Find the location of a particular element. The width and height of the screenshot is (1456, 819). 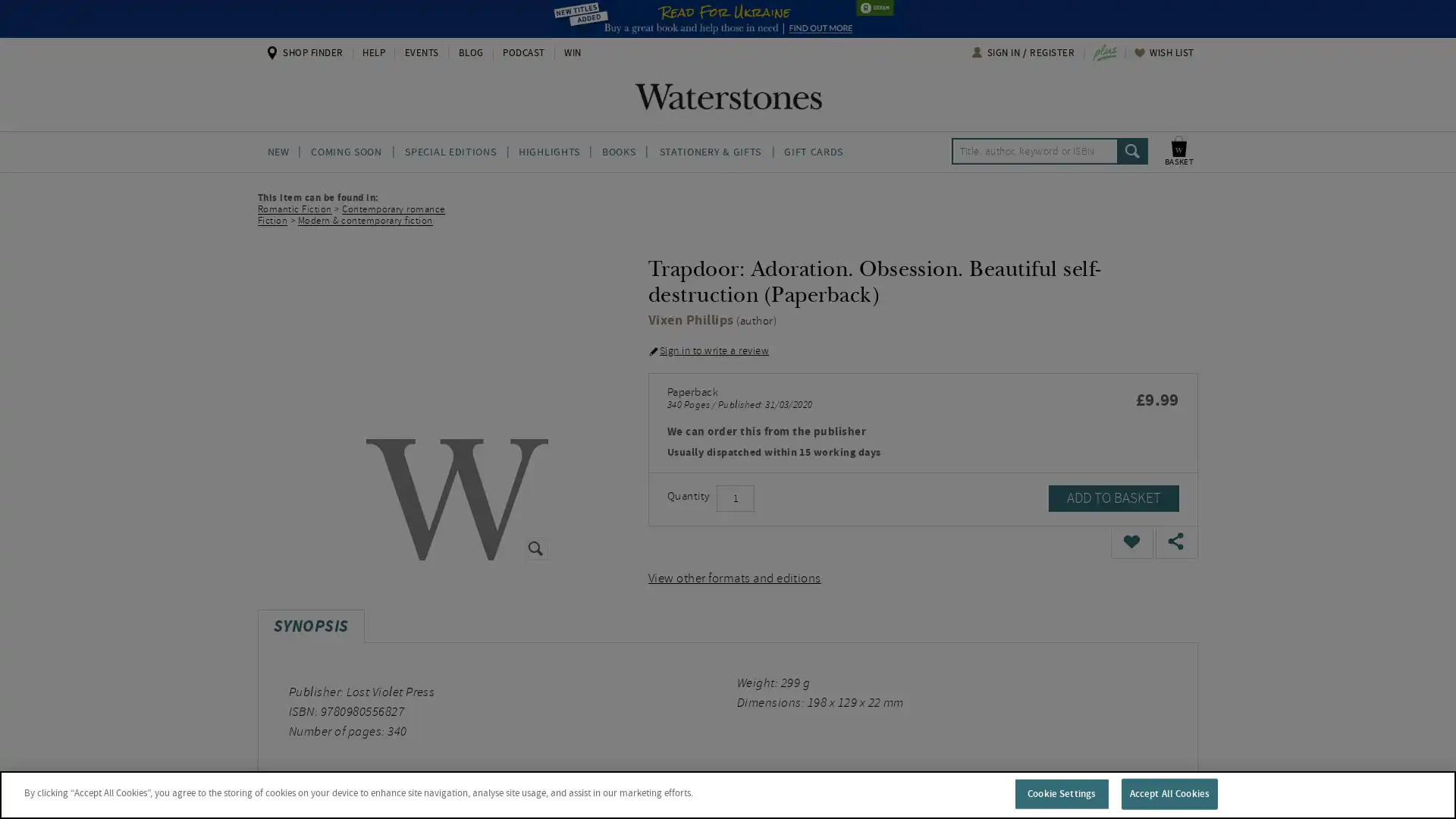

ADD TO BASKET is located at coordinates (1113, 497).